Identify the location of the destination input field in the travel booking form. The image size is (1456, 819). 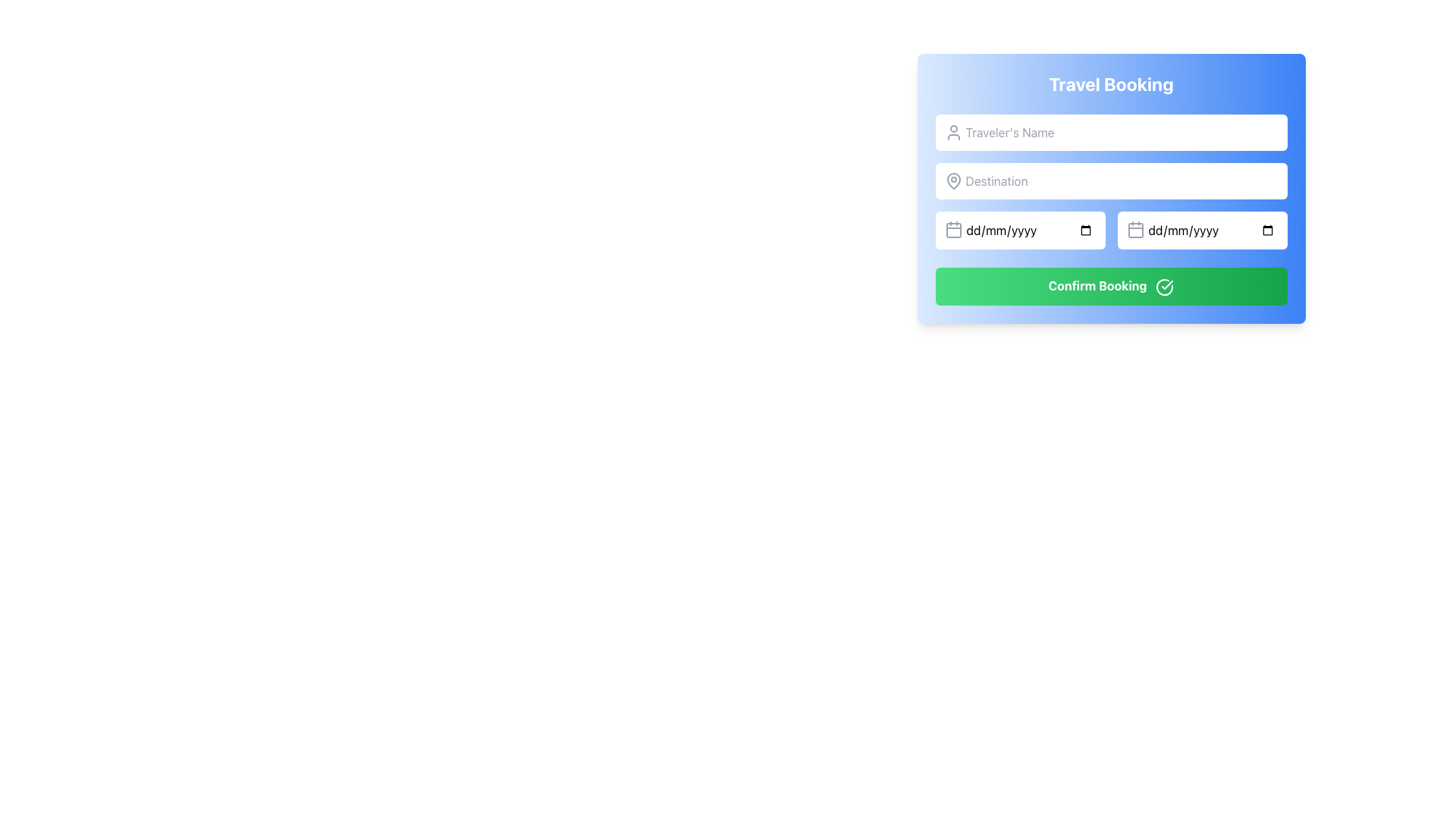
(1111, 187).